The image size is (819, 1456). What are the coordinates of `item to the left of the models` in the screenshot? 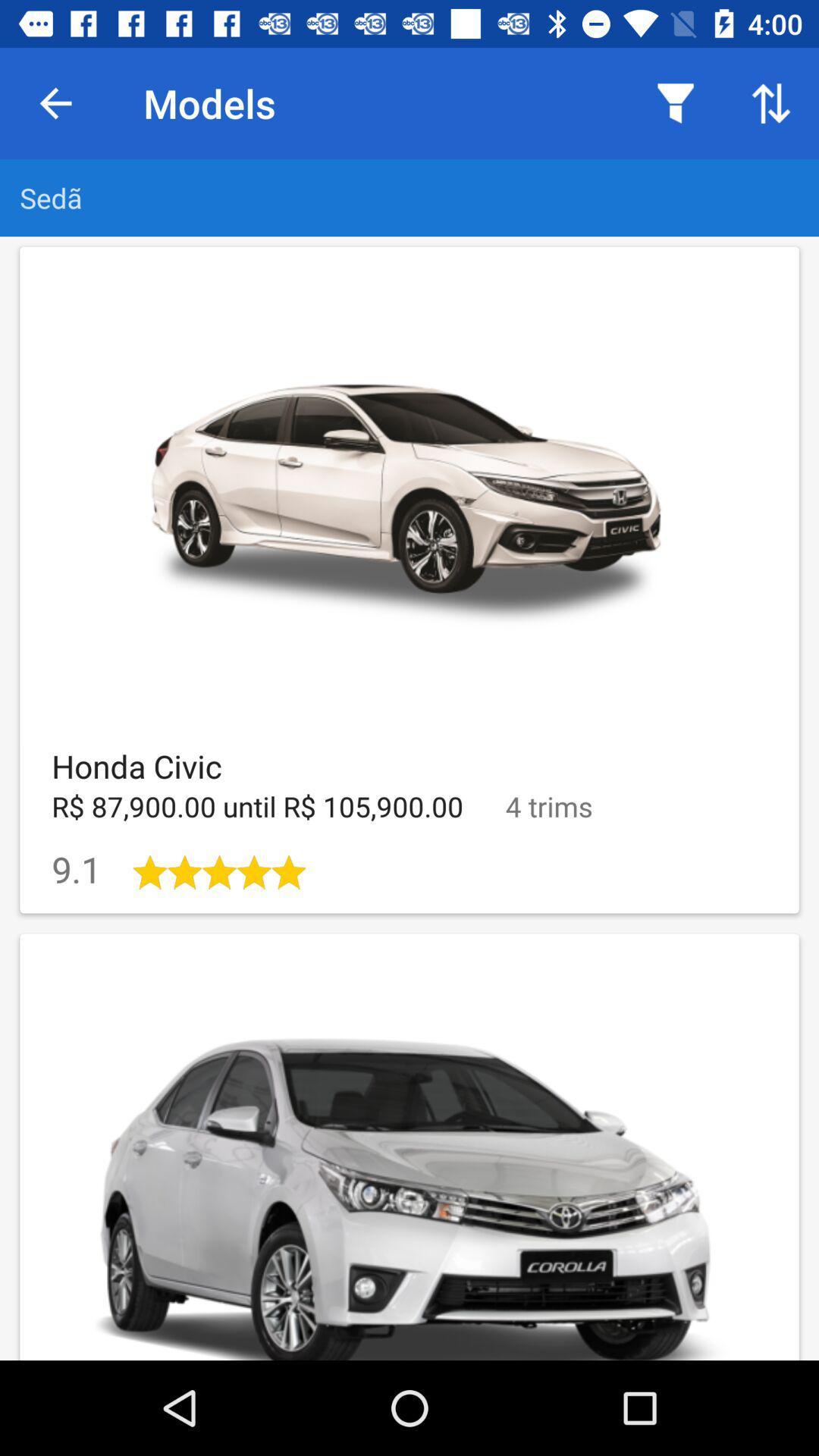 It's located at (55, 102).